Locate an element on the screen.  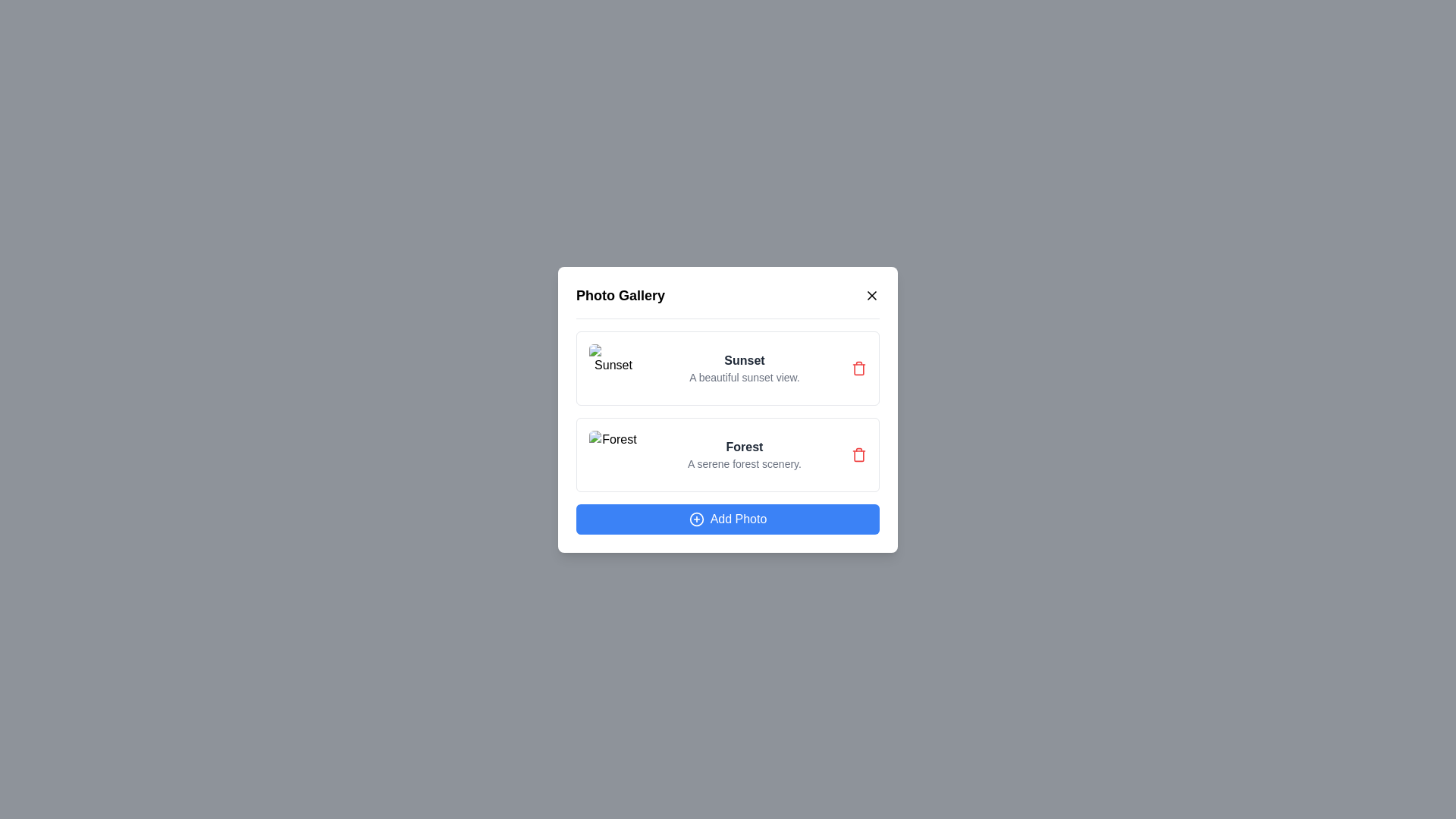
the 'Add Photo' button, a rectangular button with a blue background and white rounded corners located at the bottom of the modal window is located at coordinates (728, 518).